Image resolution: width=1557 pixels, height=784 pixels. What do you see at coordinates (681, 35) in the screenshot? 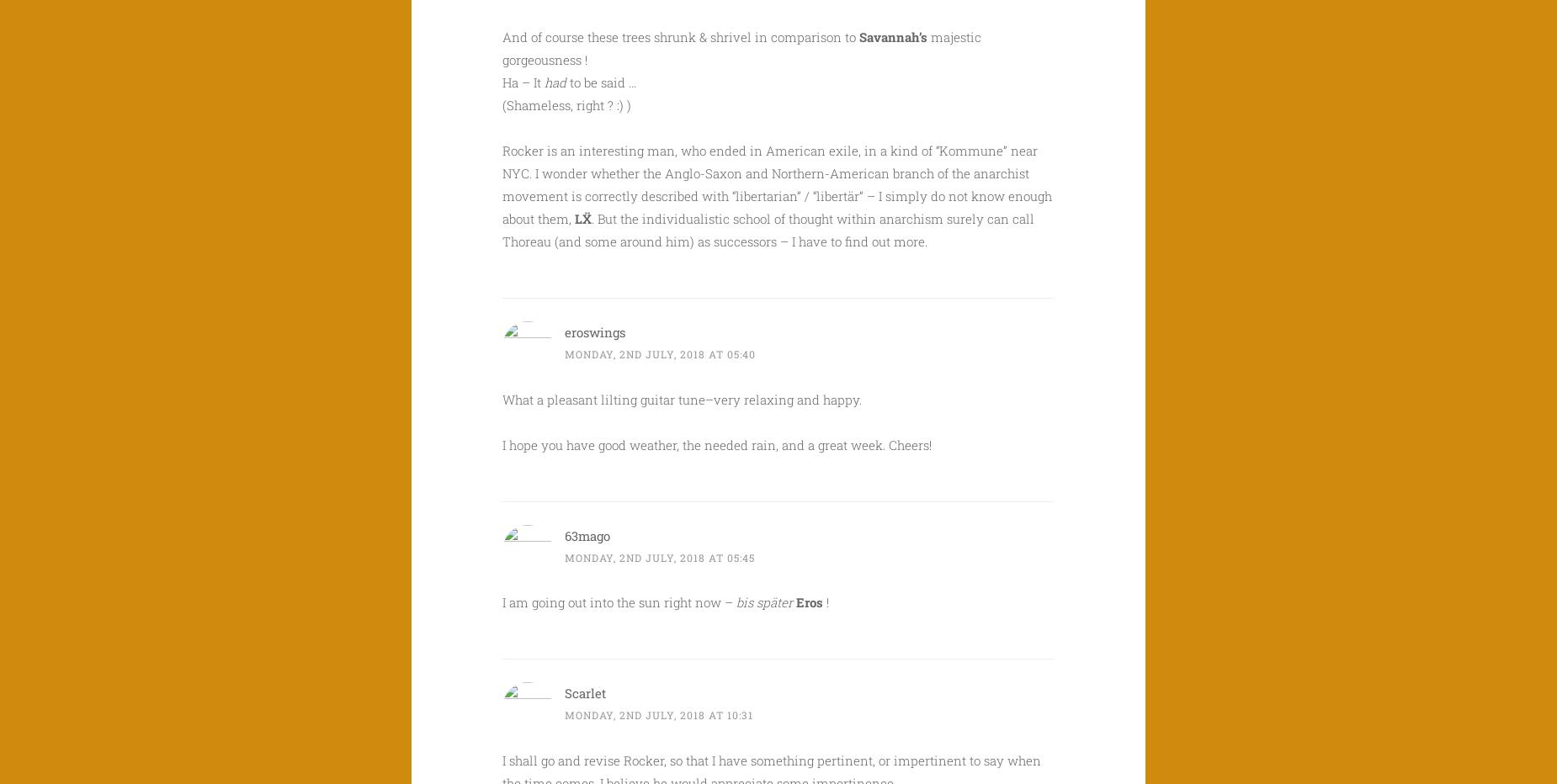
I see `'And of course these trees shrunk & shrivel in comparison to'` at bounding box center [681, 35].